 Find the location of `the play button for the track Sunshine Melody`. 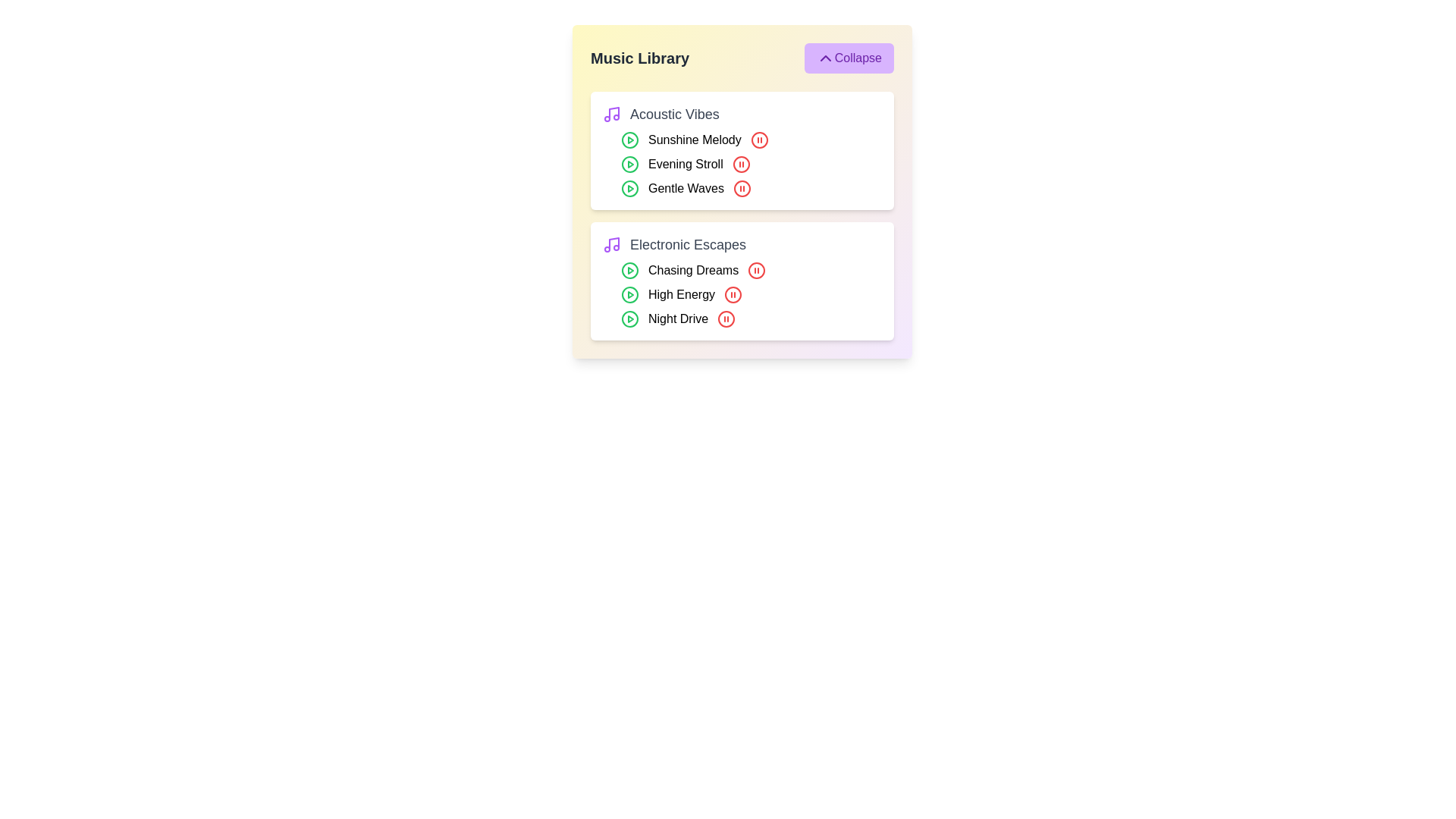

the play button for the track Sunshine Melody is located at coordinates (629, 140).